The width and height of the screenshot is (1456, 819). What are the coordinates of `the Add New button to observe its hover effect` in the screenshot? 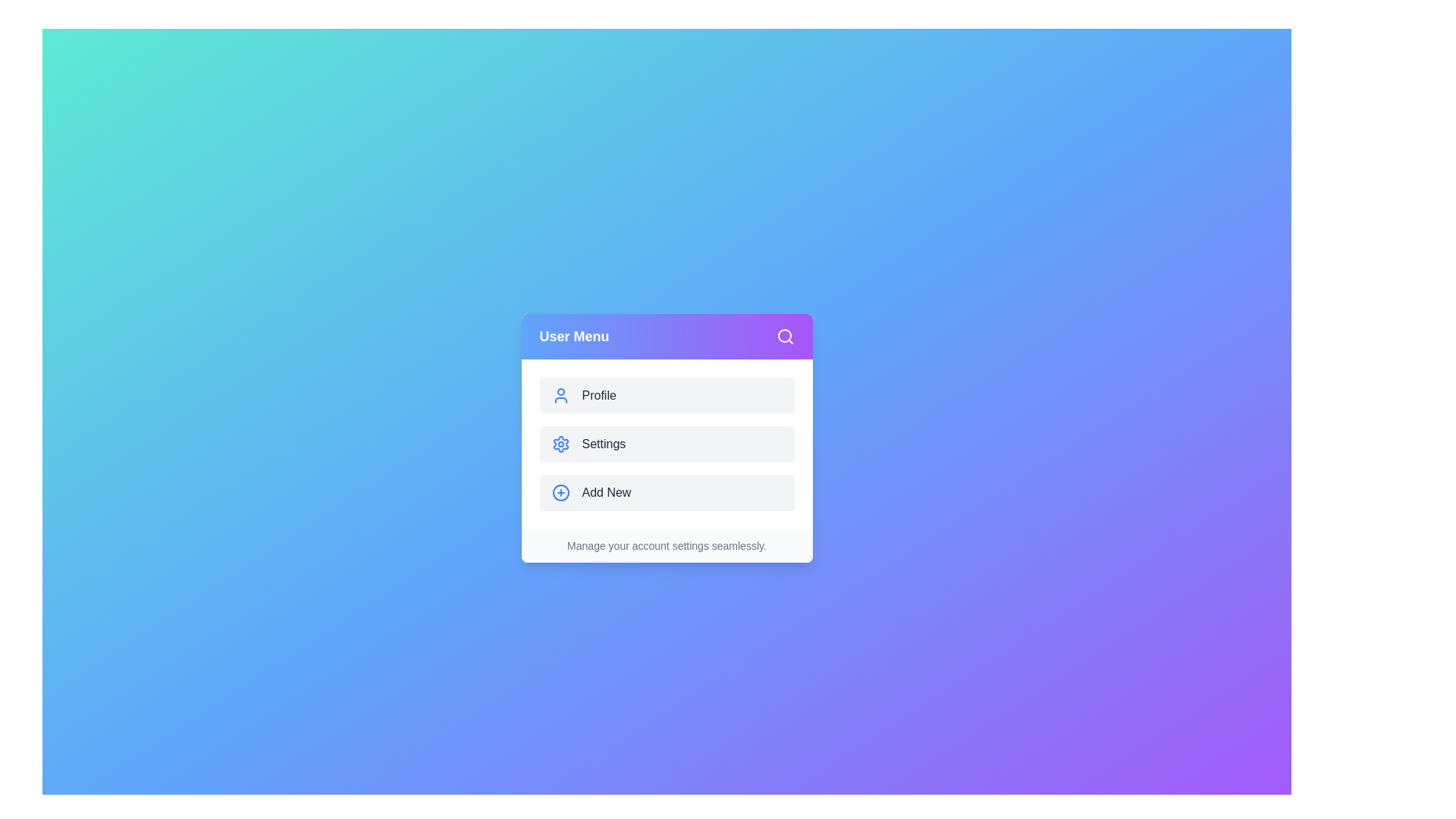 It's located at (667, 493).